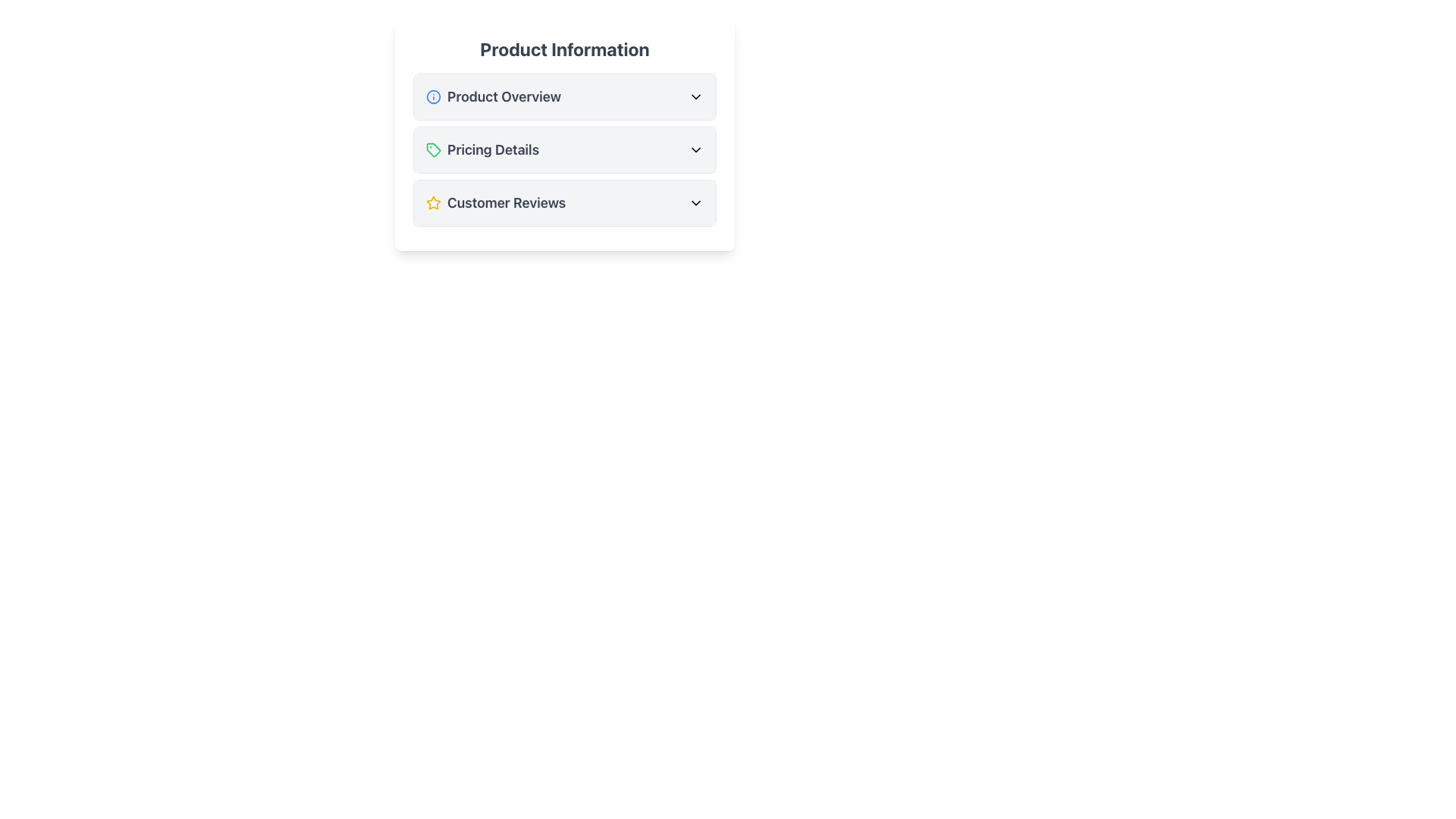 The height and width of the screenshot is (819, 1456). I want to click on the icon button located in the 'Pricing Details' row, so click(695, 149).